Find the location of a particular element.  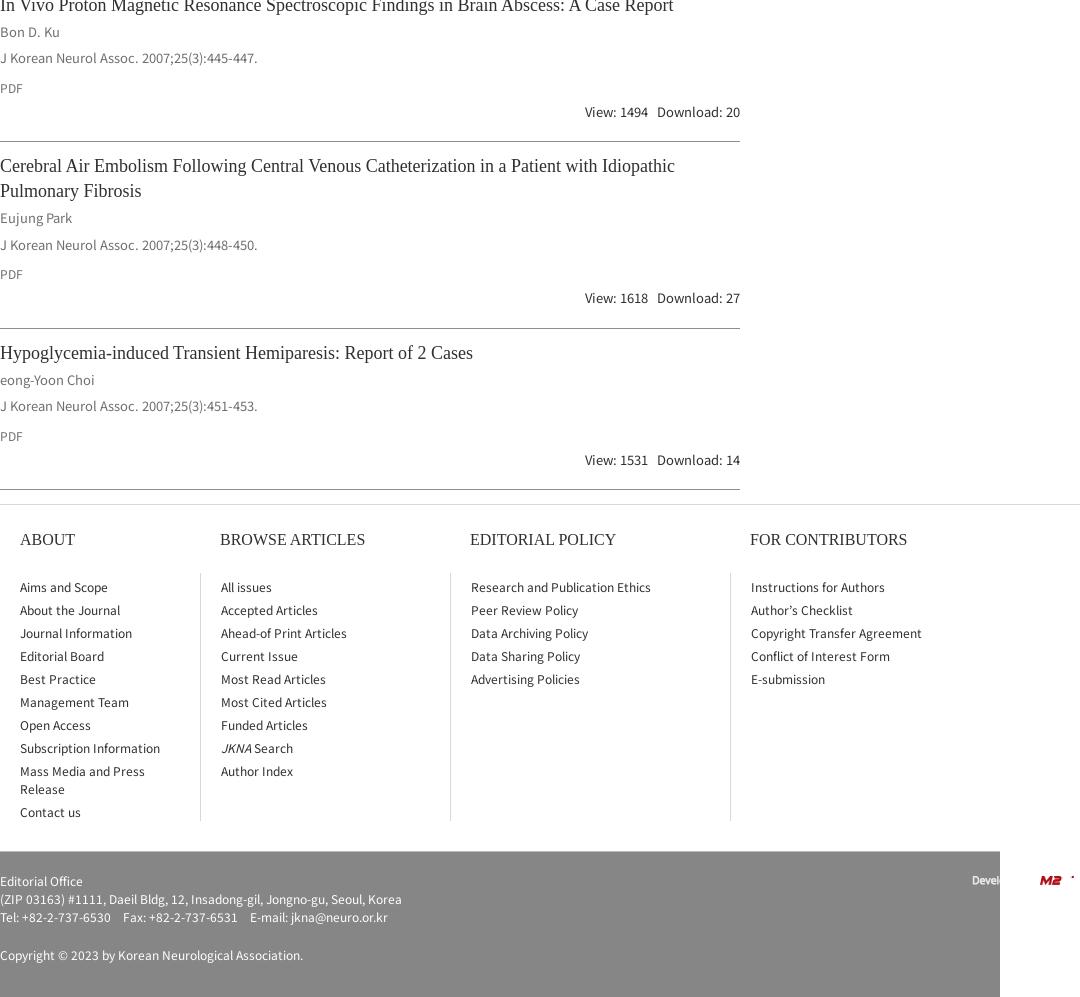

'Accepted Articles' is located at coordinates (268, 608).